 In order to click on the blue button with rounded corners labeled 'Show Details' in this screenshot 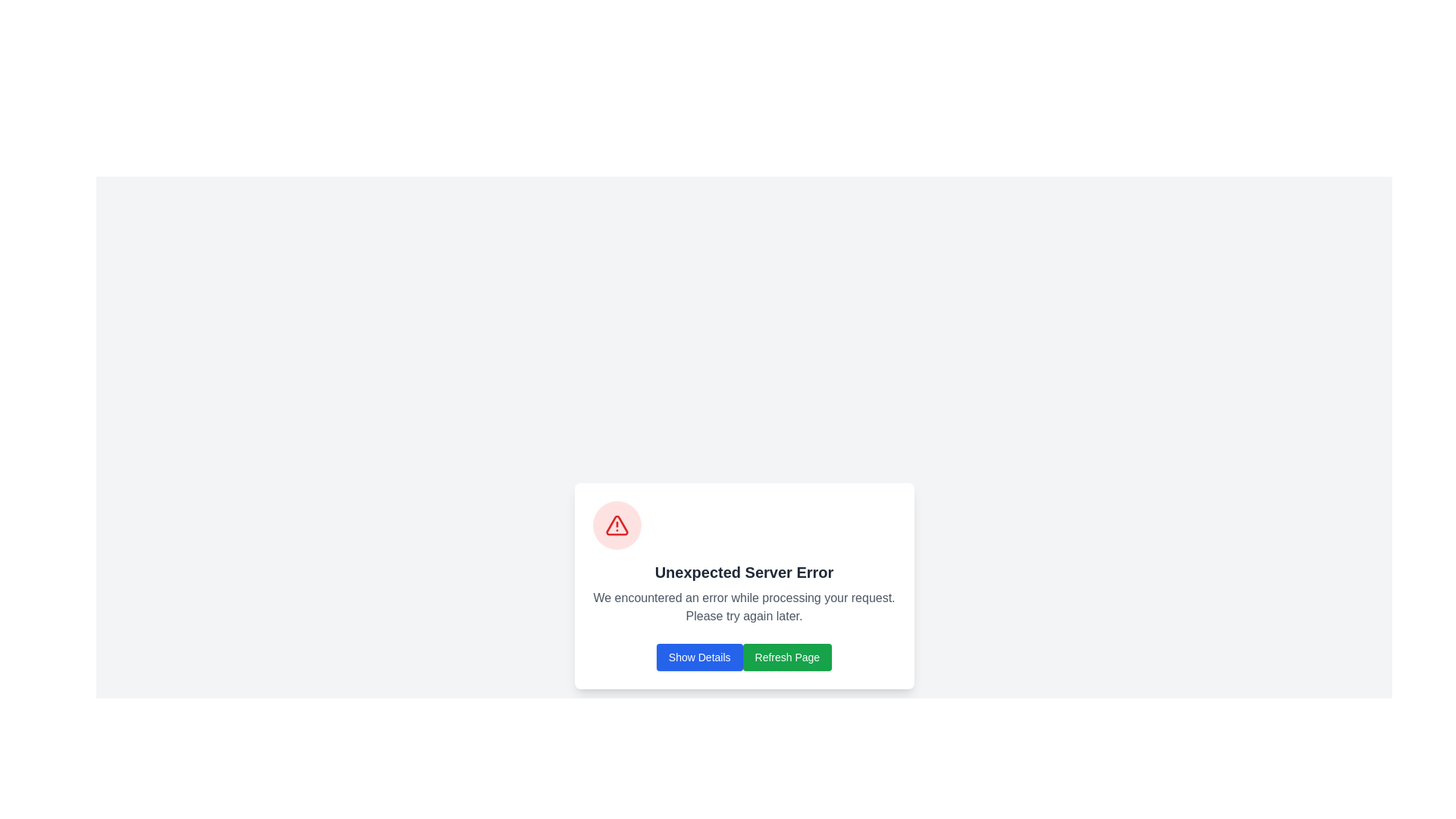, I will do `click(698, 657)`.